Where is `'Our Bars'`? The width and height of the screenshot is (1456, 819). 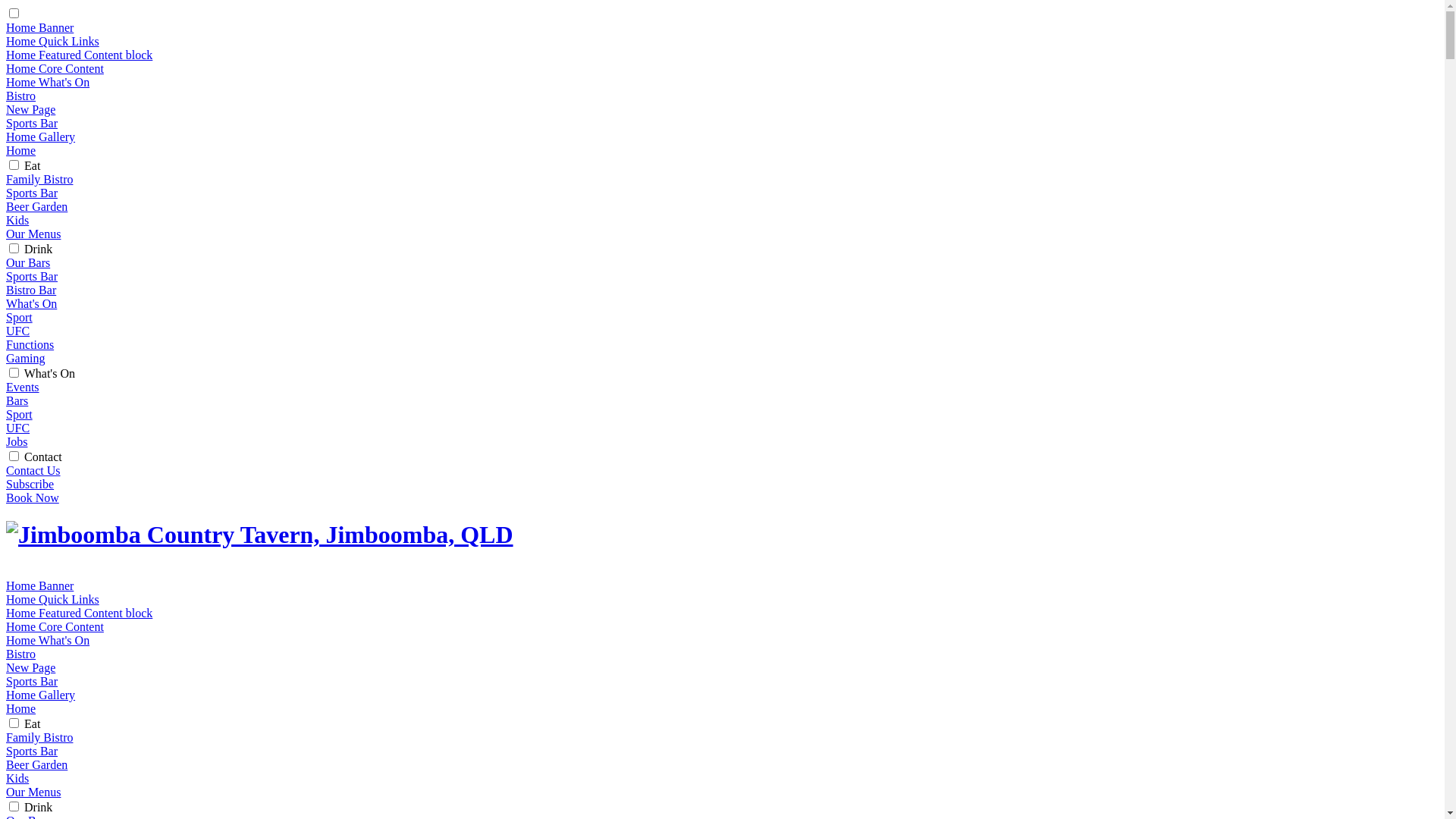
'Our Bars' is located at coordinates (6, 262).